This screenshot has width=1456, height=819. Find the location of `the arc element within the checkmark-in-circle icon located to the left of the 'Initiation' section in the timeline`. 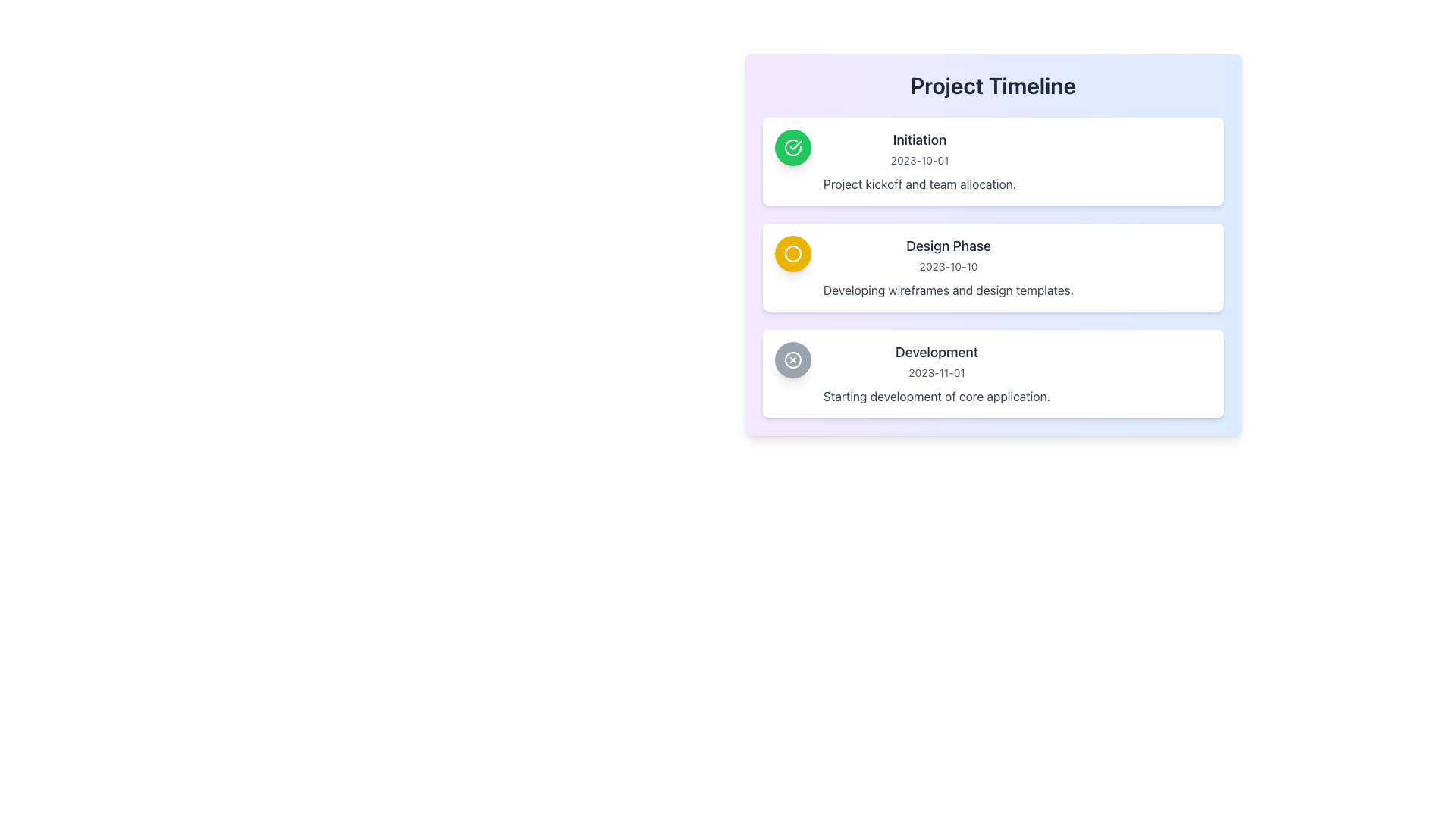

the arc element within the checkmark-in-circle icon located to the left of the 'Initiation' section in the timeline is located at coordinates (792, 148).